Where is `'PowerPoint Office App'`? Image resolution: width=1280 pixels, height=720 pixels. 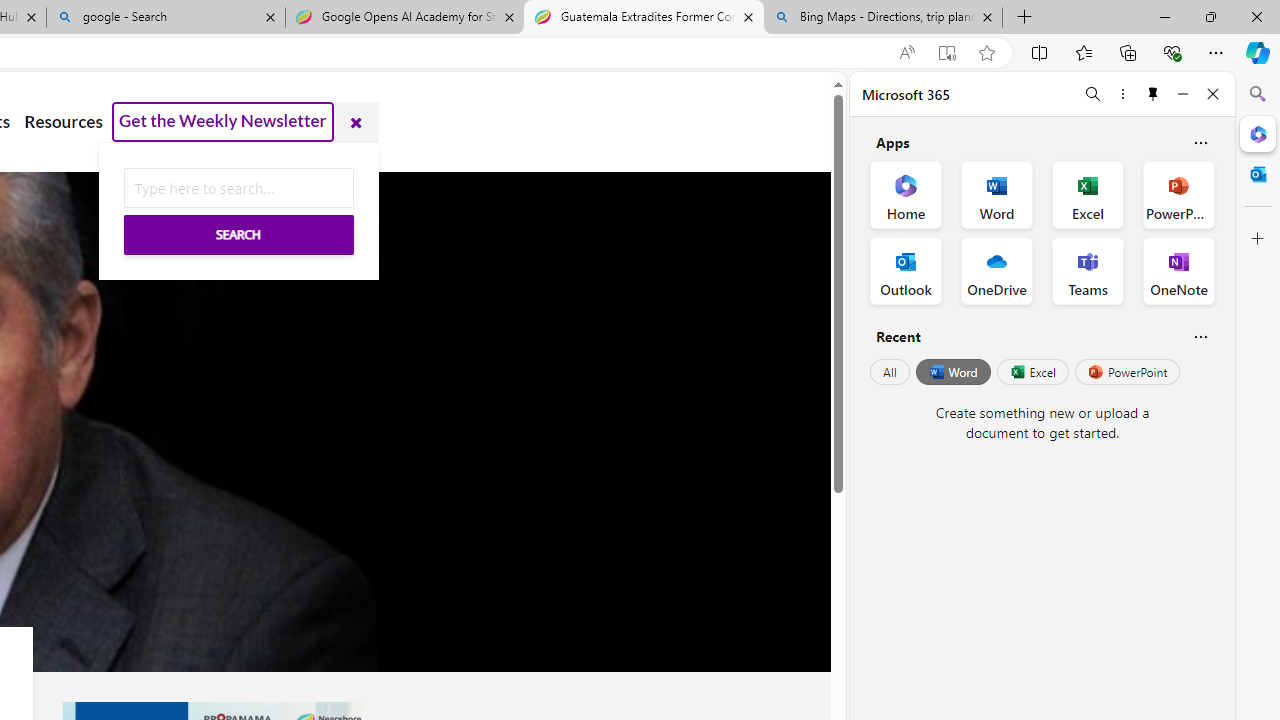 'PowerPoint Office App' is located at coordinates (1178, 195).